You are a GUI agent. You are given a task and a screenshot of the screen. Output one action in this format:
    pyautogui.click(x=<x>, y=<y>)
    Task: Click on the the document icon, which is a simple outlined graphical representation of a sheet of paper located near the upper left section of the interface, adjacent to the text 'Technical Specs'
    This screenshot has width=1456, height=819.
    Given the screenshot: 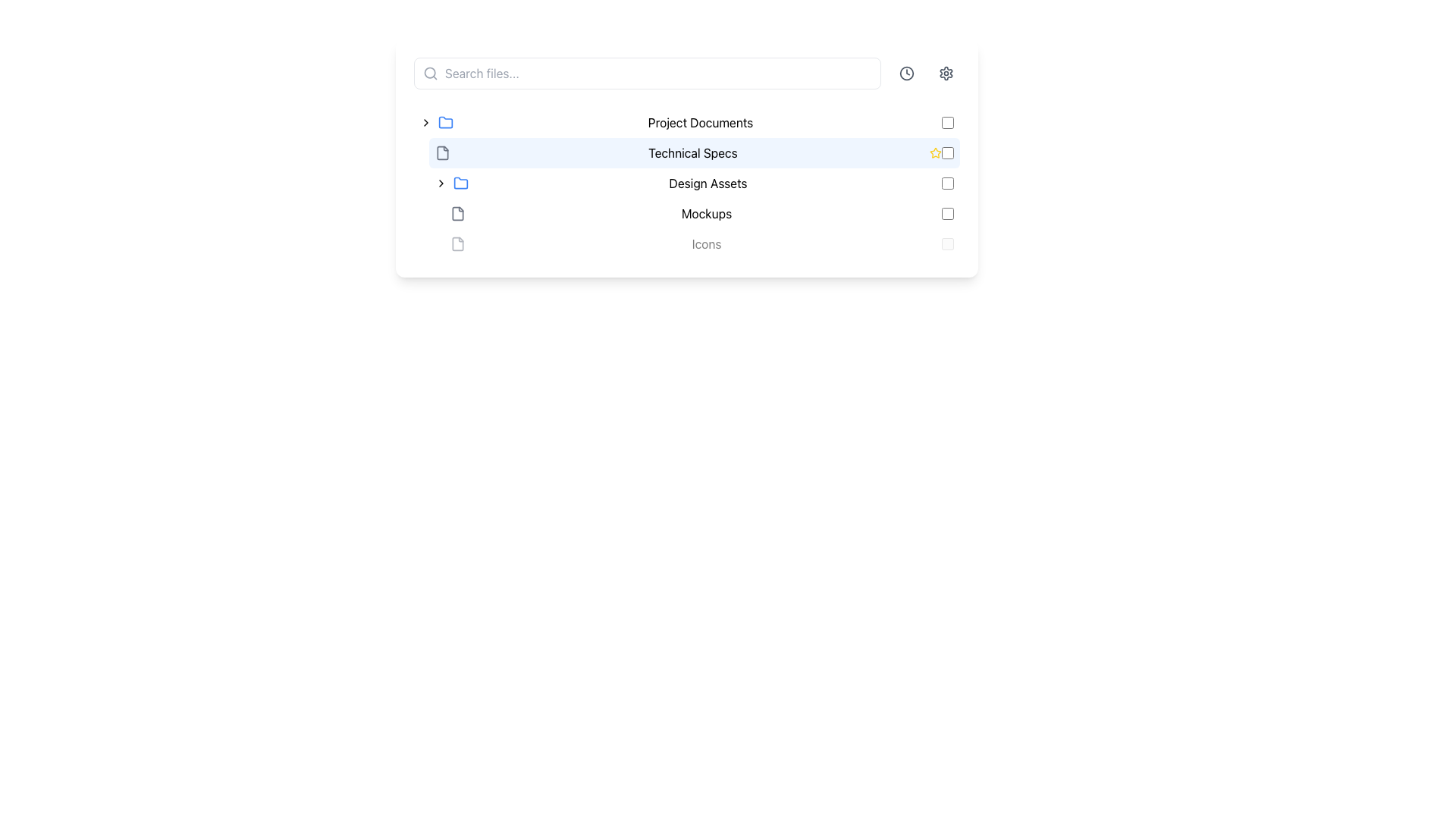 What is the action you would take?
    pyautogui.click(x=457, y=243)
    